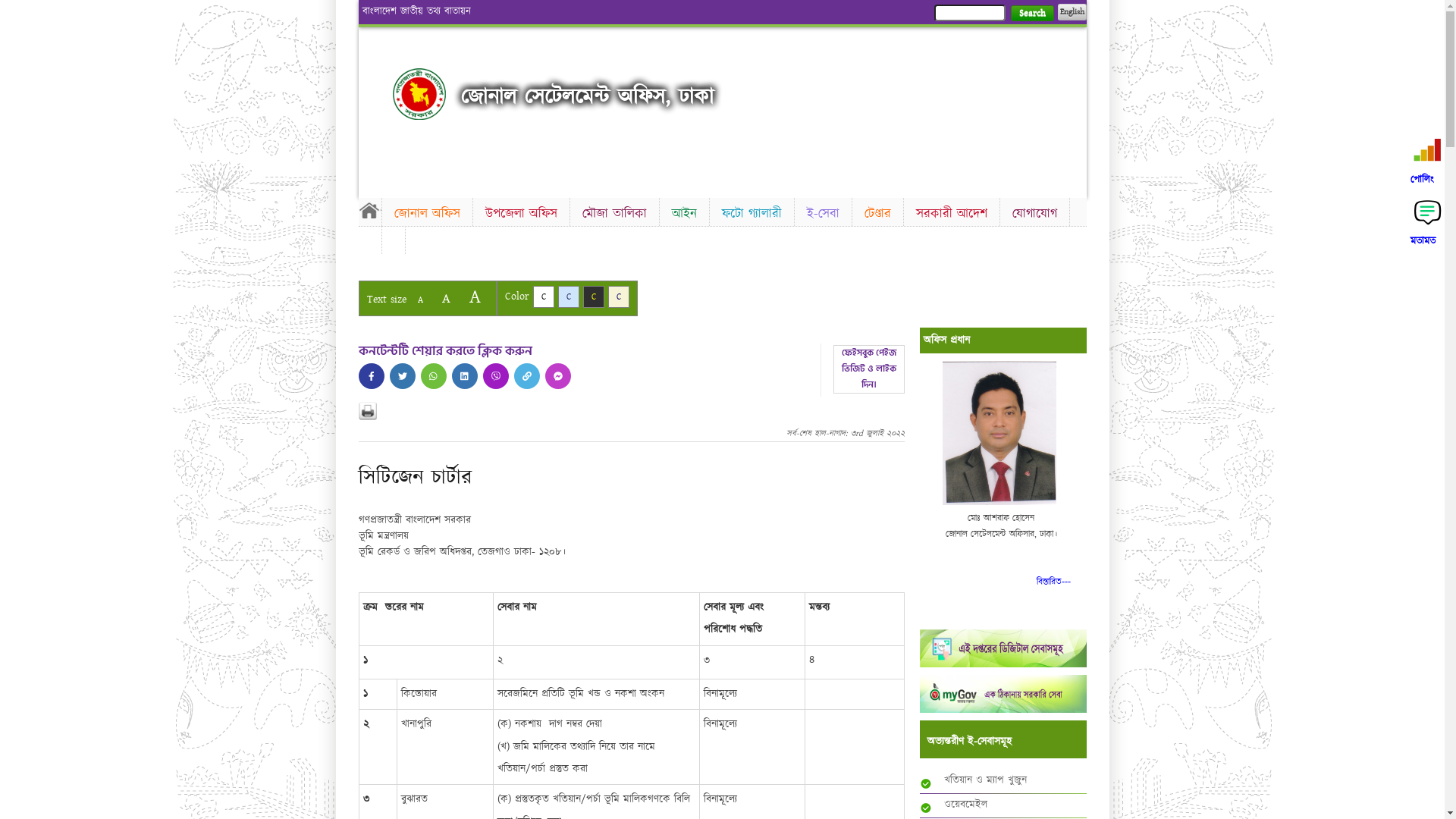 This screenshot has width=1456, height=819. Describe the element at coordinates (567, 297) in the screenshot. I see `'C'` at that location.